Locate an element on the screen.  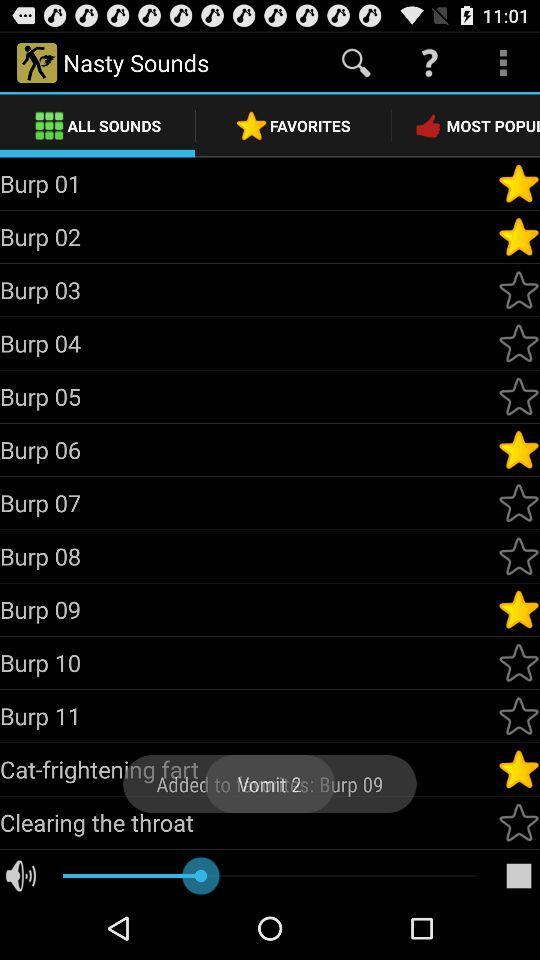
favorite is located at coordinates (518, 768).